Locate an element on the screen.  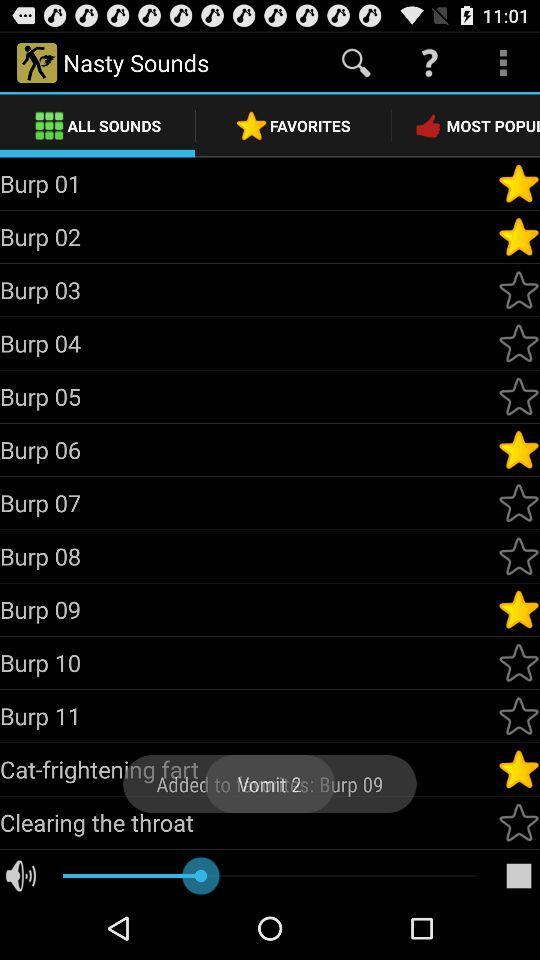
favorite is located at coordinates (518, 768).